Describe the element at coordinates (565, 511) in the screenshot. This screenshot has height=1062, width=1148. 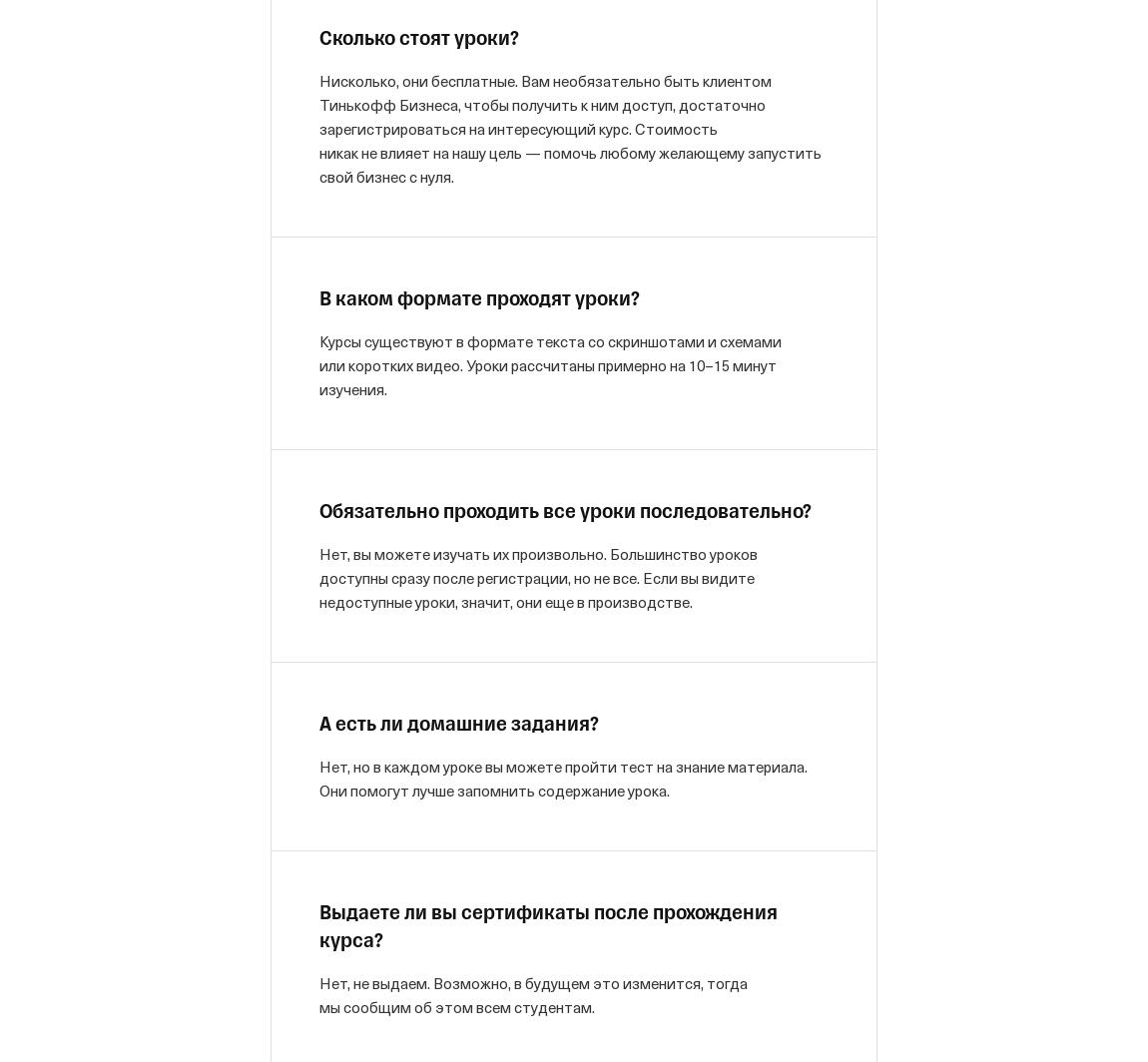
I see `'Обязательно проходить все уроки последовательно?'` at that location.